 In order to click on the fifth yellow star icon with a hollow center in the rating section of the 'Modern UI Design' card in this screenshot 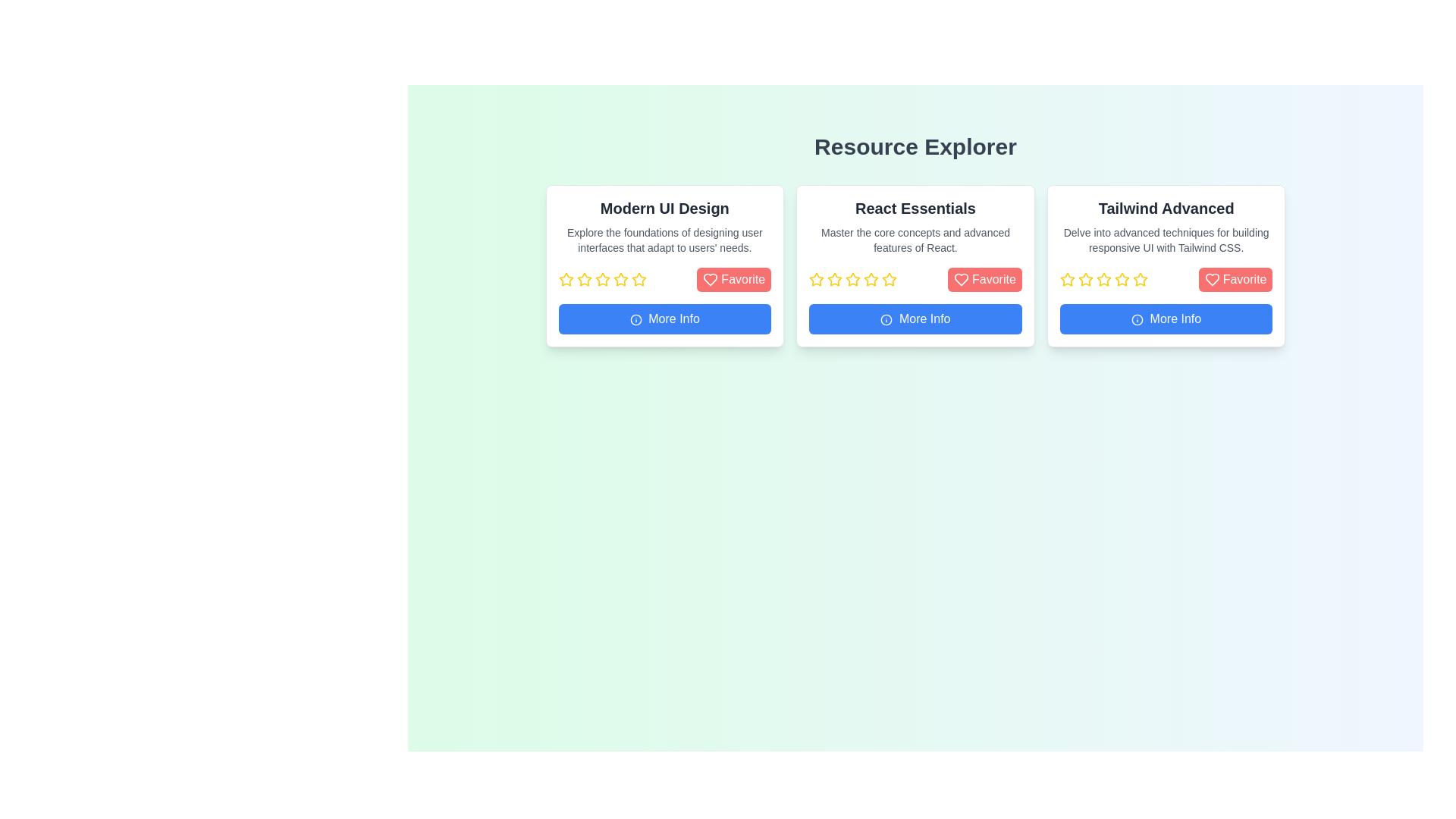, I will do `click(601, 280)`.